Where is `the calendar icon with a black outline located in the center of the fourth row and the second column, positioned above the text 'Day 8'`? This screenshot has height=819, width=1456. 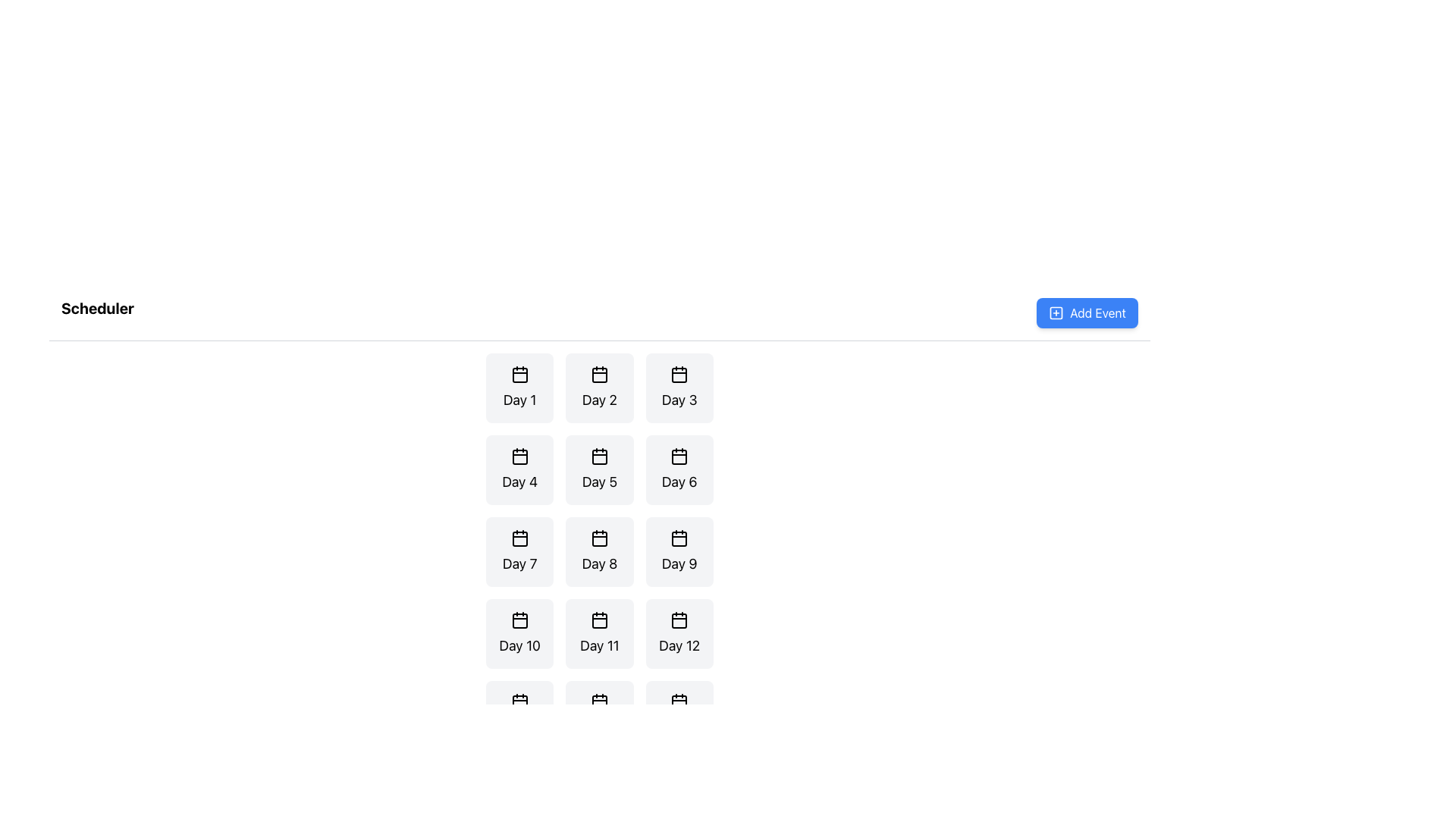 the calendar icon with a black outline located in the center of the fourth row and the second column, positioned above the text 'Day 8' is located at coordinates (599, 537).